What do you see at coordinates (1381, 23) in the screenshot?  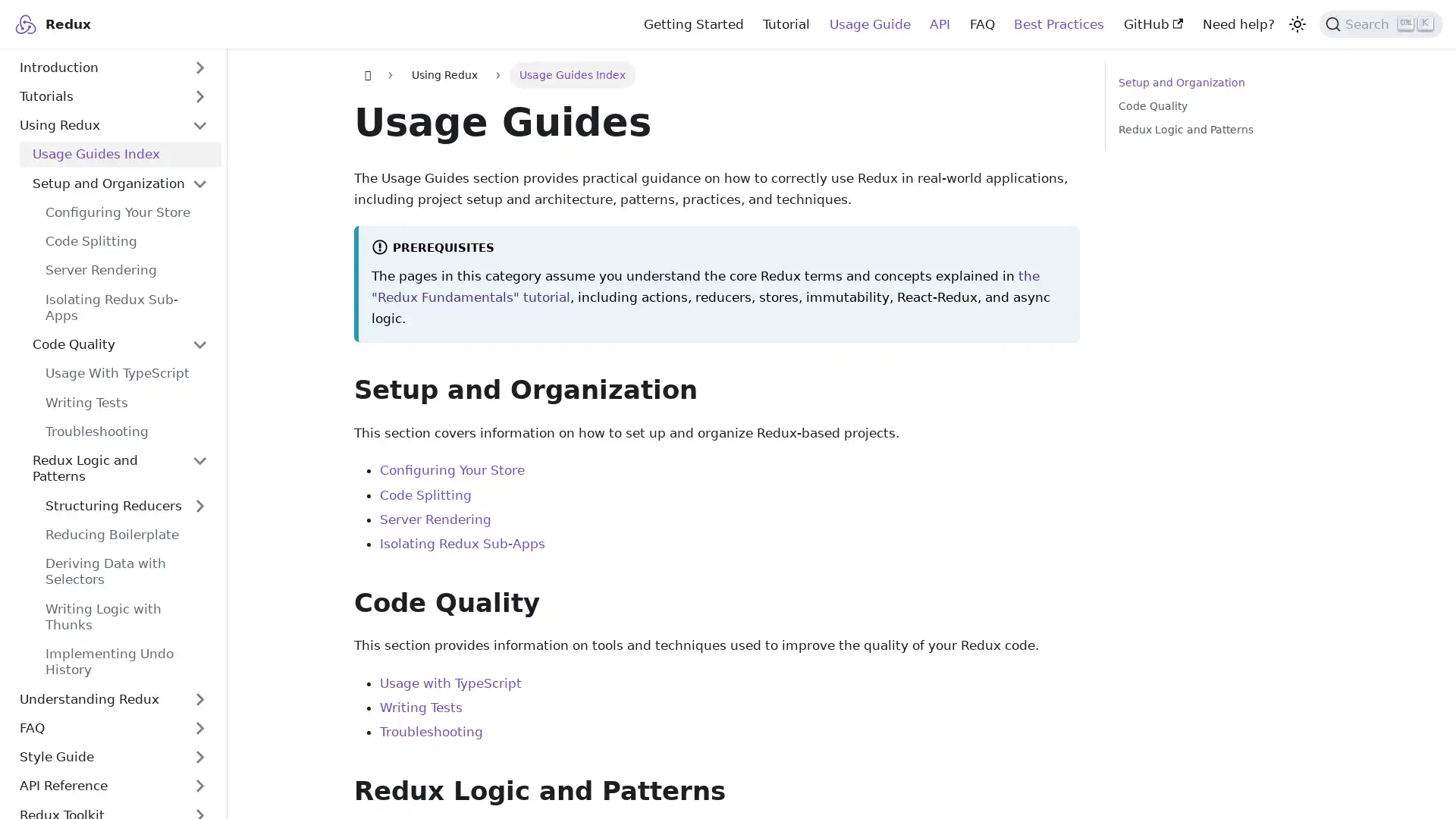 I see `Search` at bounding box center [1381, 23].